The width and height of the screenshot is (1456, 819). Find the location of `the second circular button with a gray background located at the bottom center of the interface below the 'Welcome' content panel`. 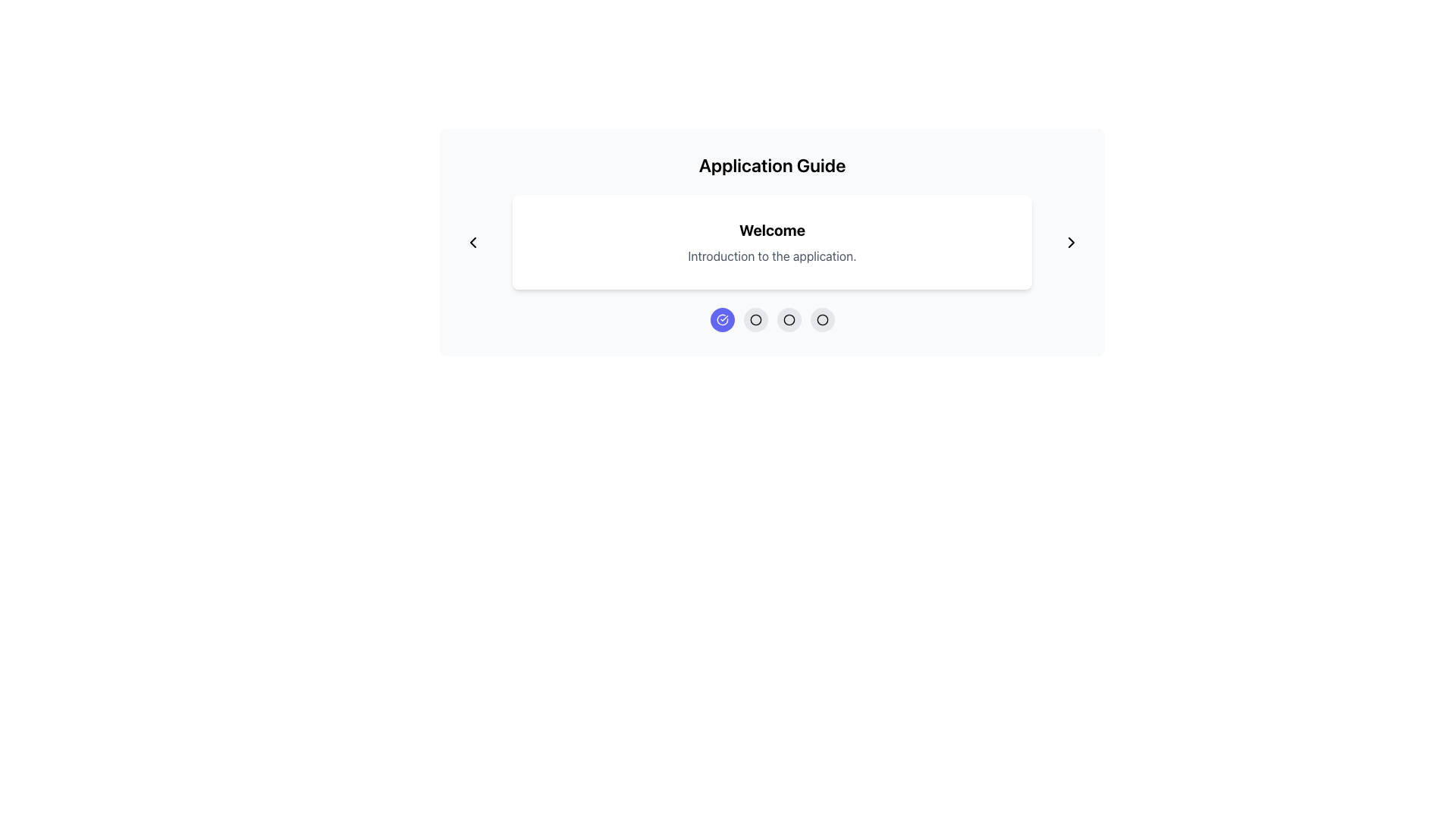

the second circular button with a gray background located at the bottom center of the interface below the 'Welcome' content panel is located at coordinates (755, 318).